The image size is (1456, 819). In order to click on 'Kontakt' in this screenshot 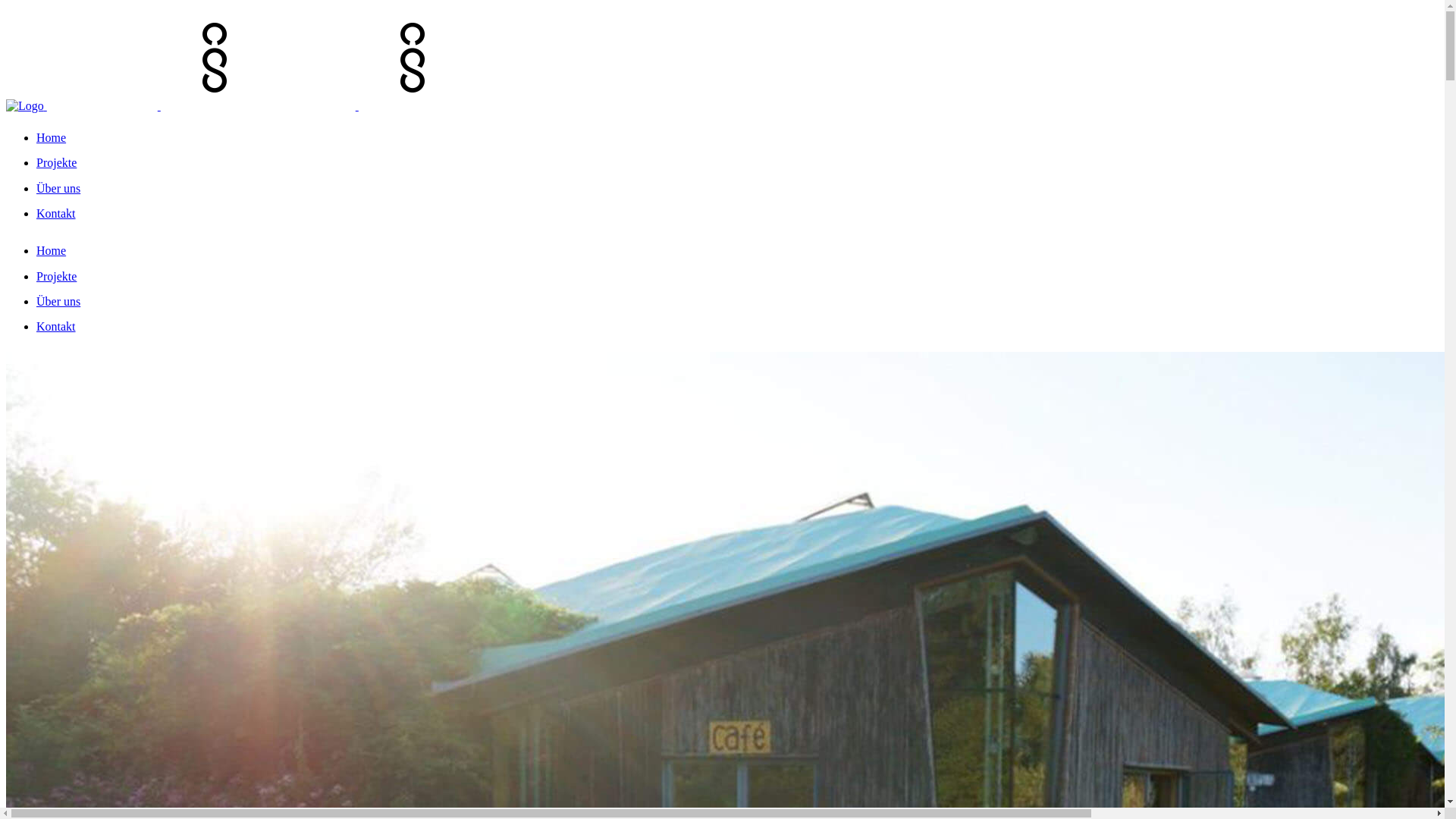, I will do `click(55, 325)`.